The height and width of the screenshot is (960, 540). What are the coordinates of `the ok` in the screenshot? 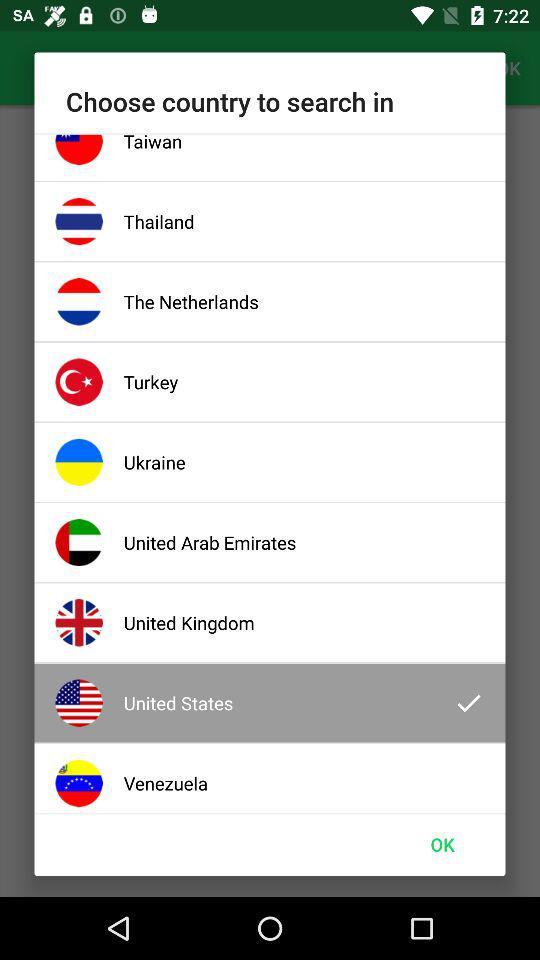 It's located at (442, 843).